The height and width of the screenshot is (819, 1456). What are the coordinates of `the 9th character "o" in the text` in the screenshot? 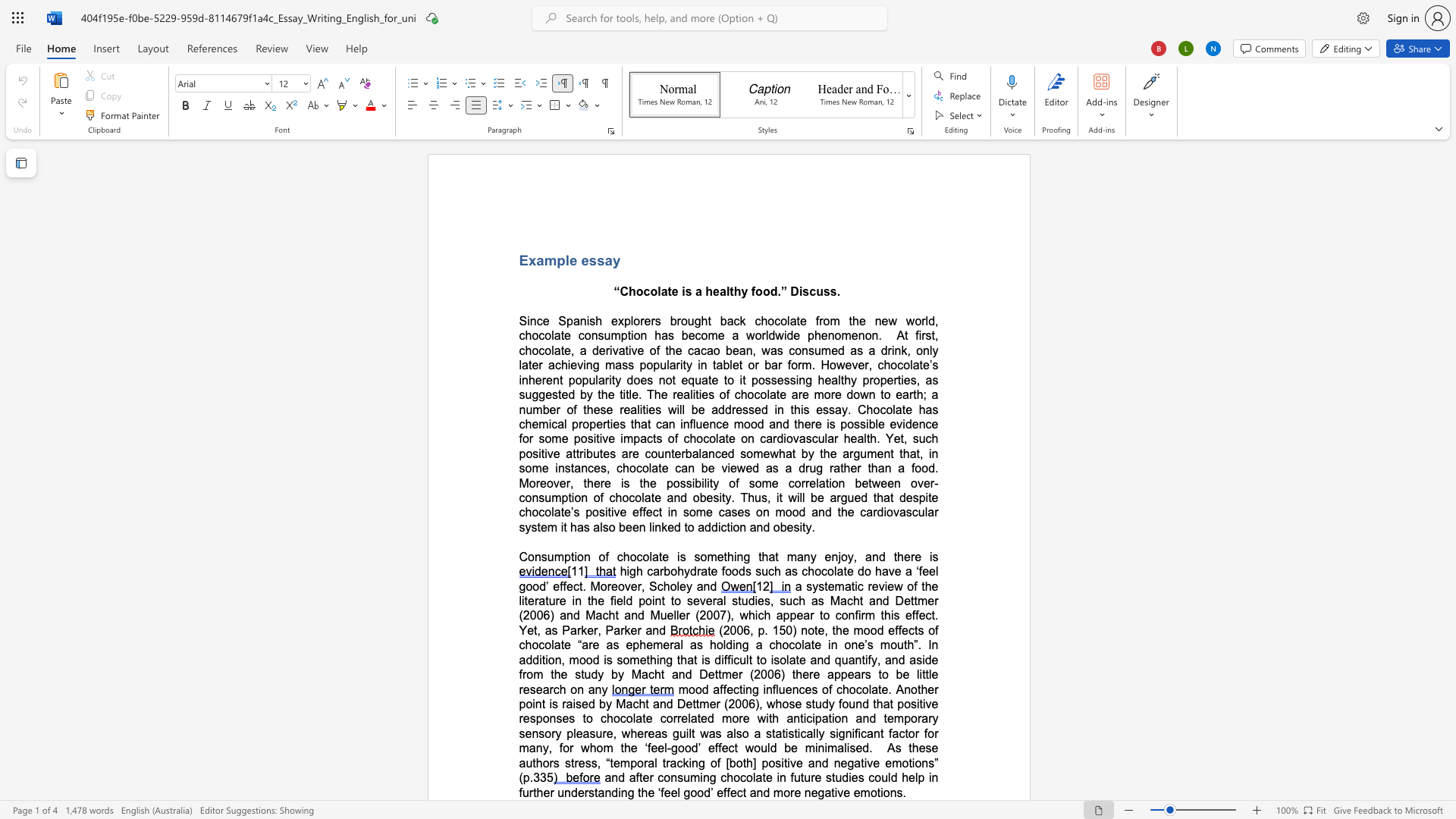 It's located at (603, 585).